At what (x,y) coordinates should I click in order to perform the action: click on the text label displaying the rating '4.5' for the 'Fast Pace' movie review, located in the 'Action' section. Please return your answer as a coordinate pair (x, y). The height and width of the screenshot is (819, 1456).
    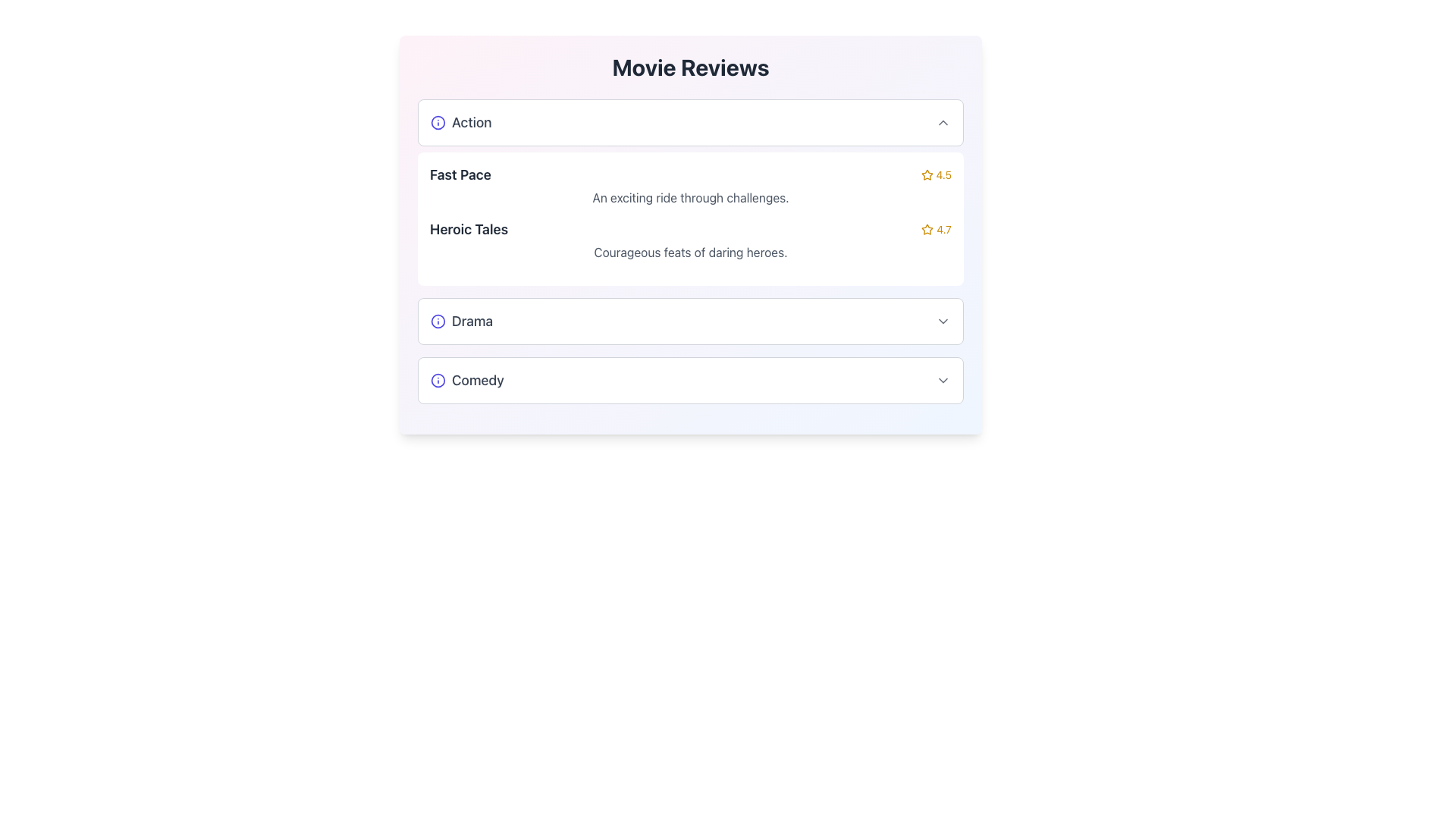
    Looking at the image, I should click on (935, 174).